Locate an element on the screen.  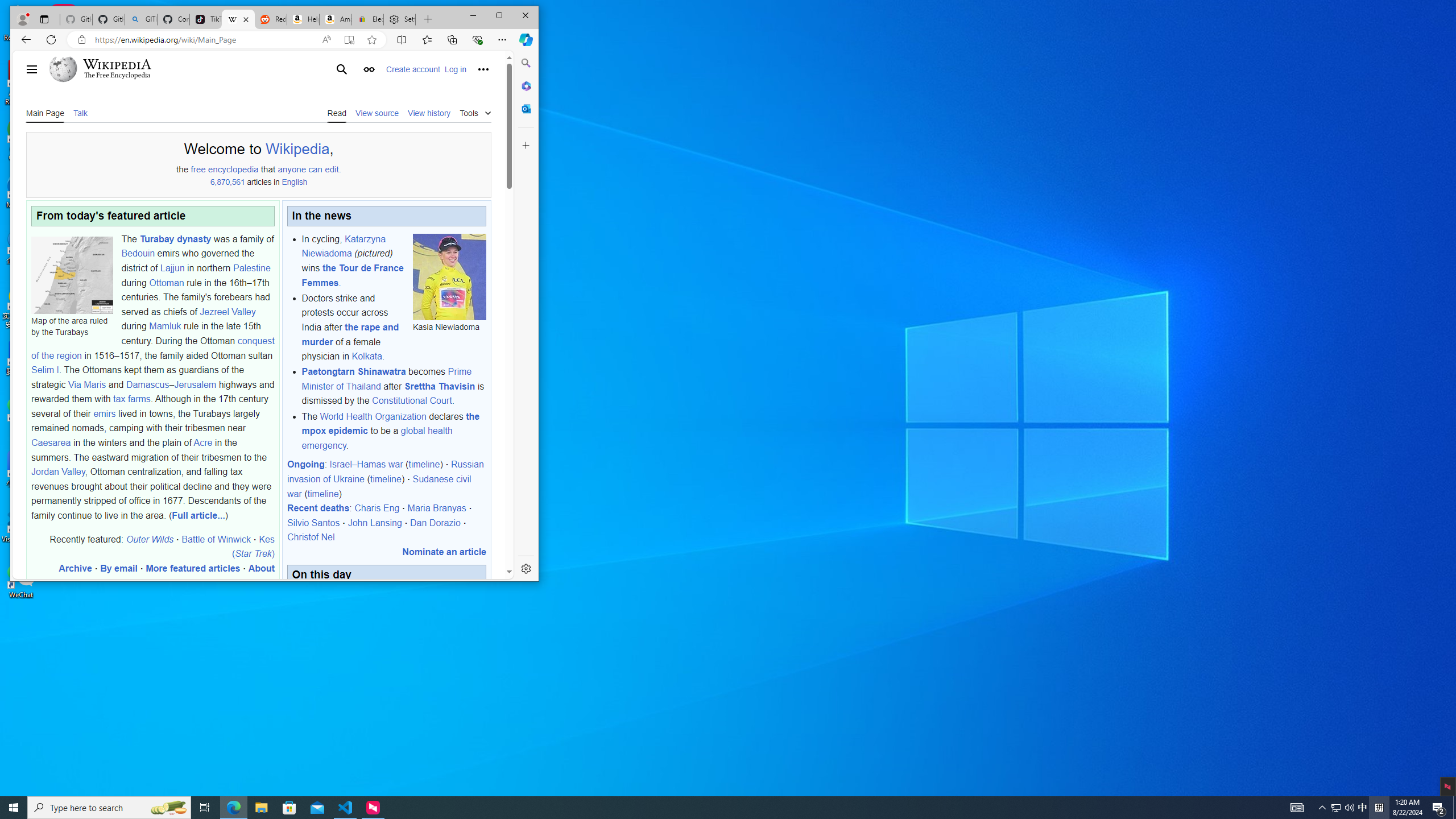
'World Health Organization' is located at coordinates (373, 416).